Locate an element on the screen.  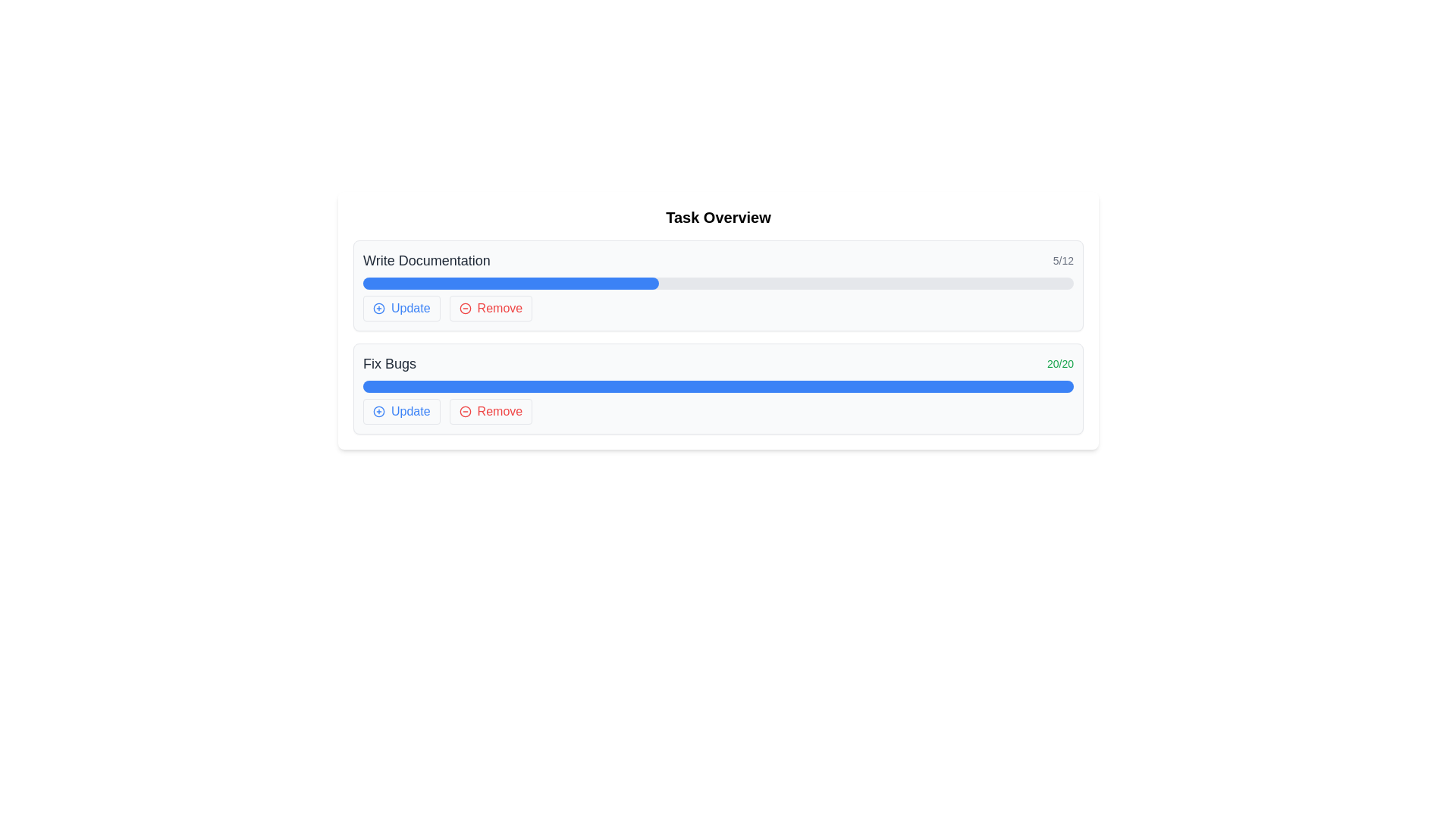
the 'Remove' button in the Button group located near the bottom of the 'Write Documentation' task card is located at coordinates (717, 308).